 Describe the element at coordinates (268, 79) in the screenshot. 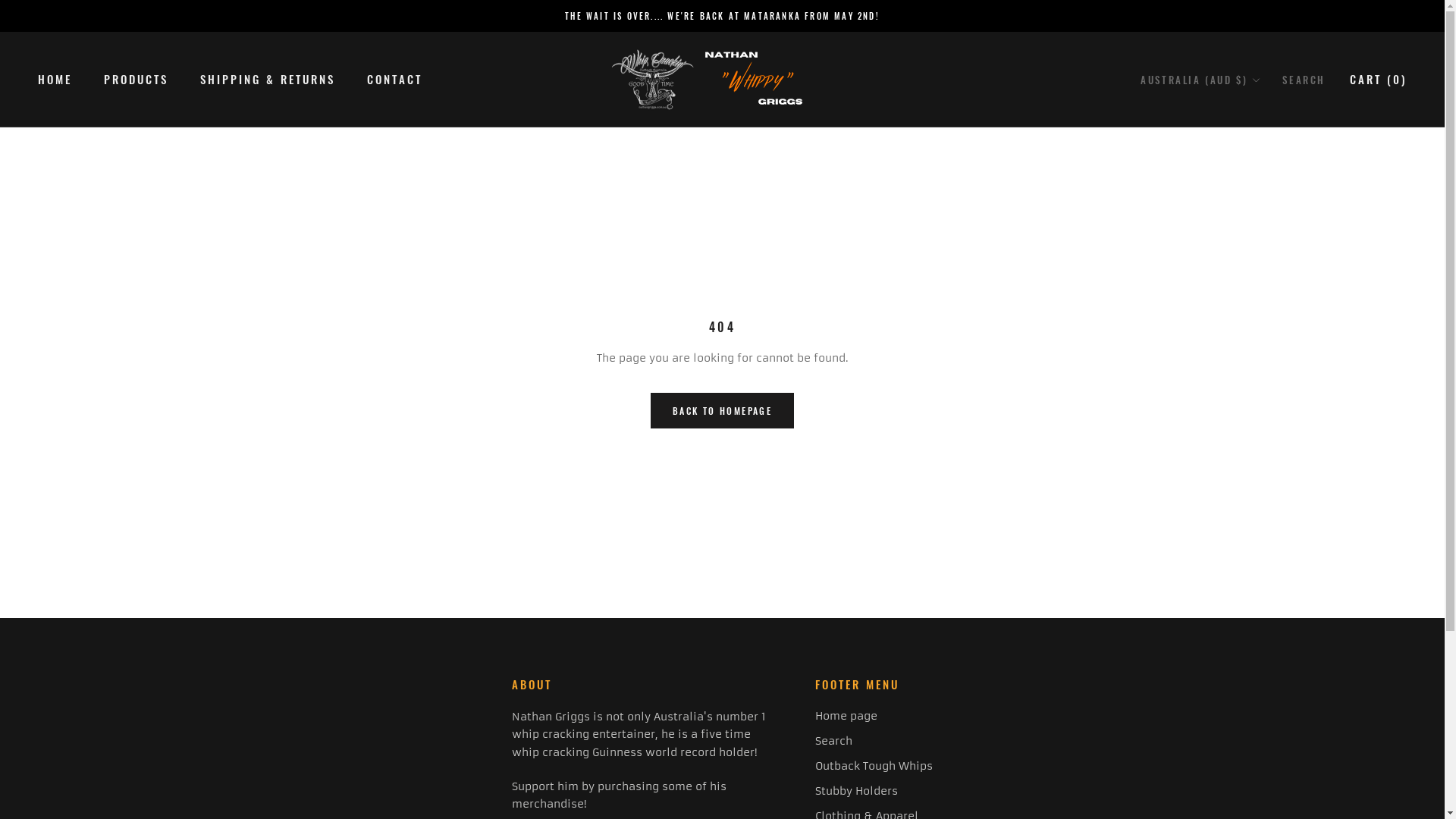

I see `'SHIPPING & RETURNS` at that location.